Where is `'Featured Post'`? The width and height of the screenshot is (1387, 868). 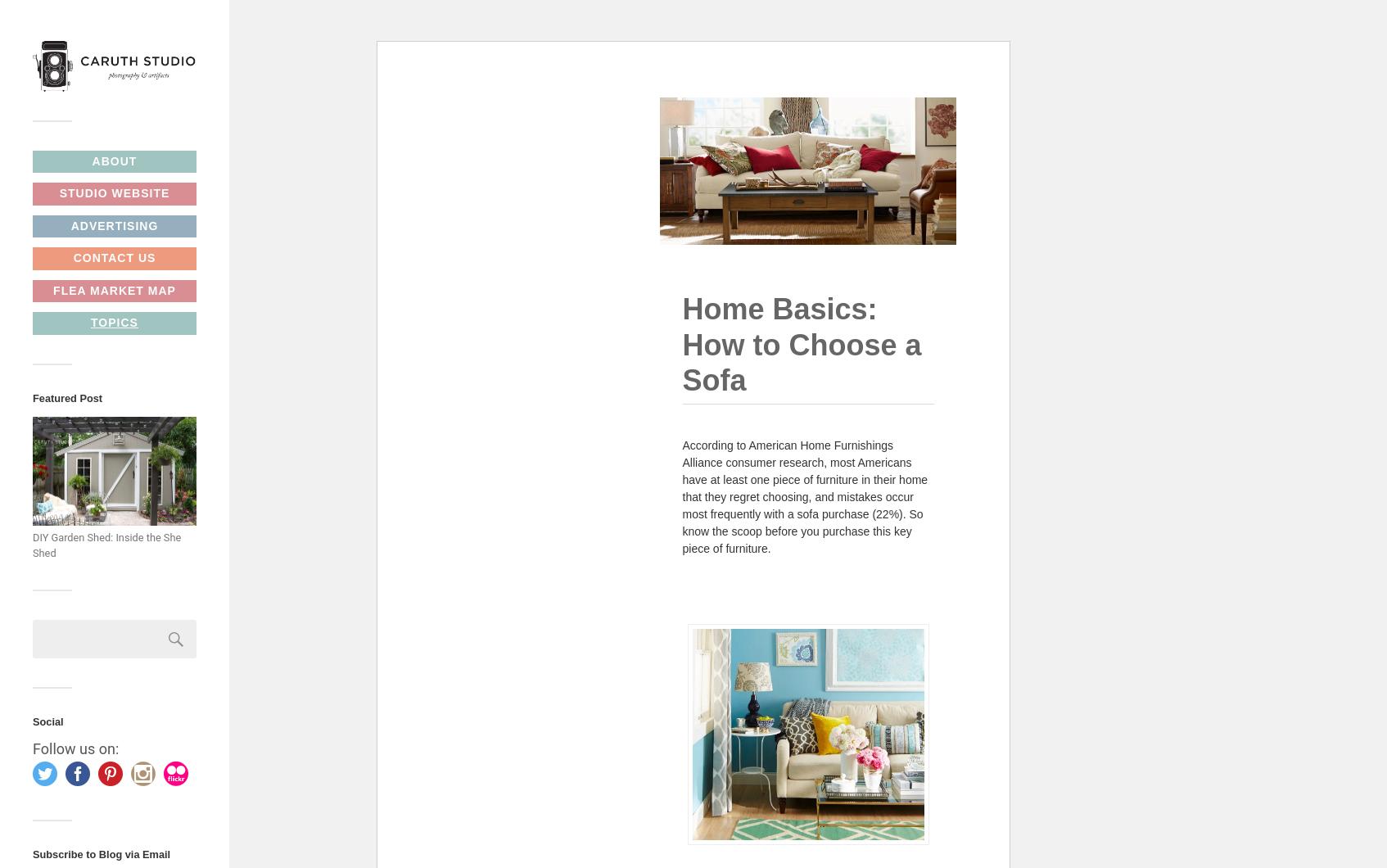
'Featured Post' is located at coordinates (67, 396).